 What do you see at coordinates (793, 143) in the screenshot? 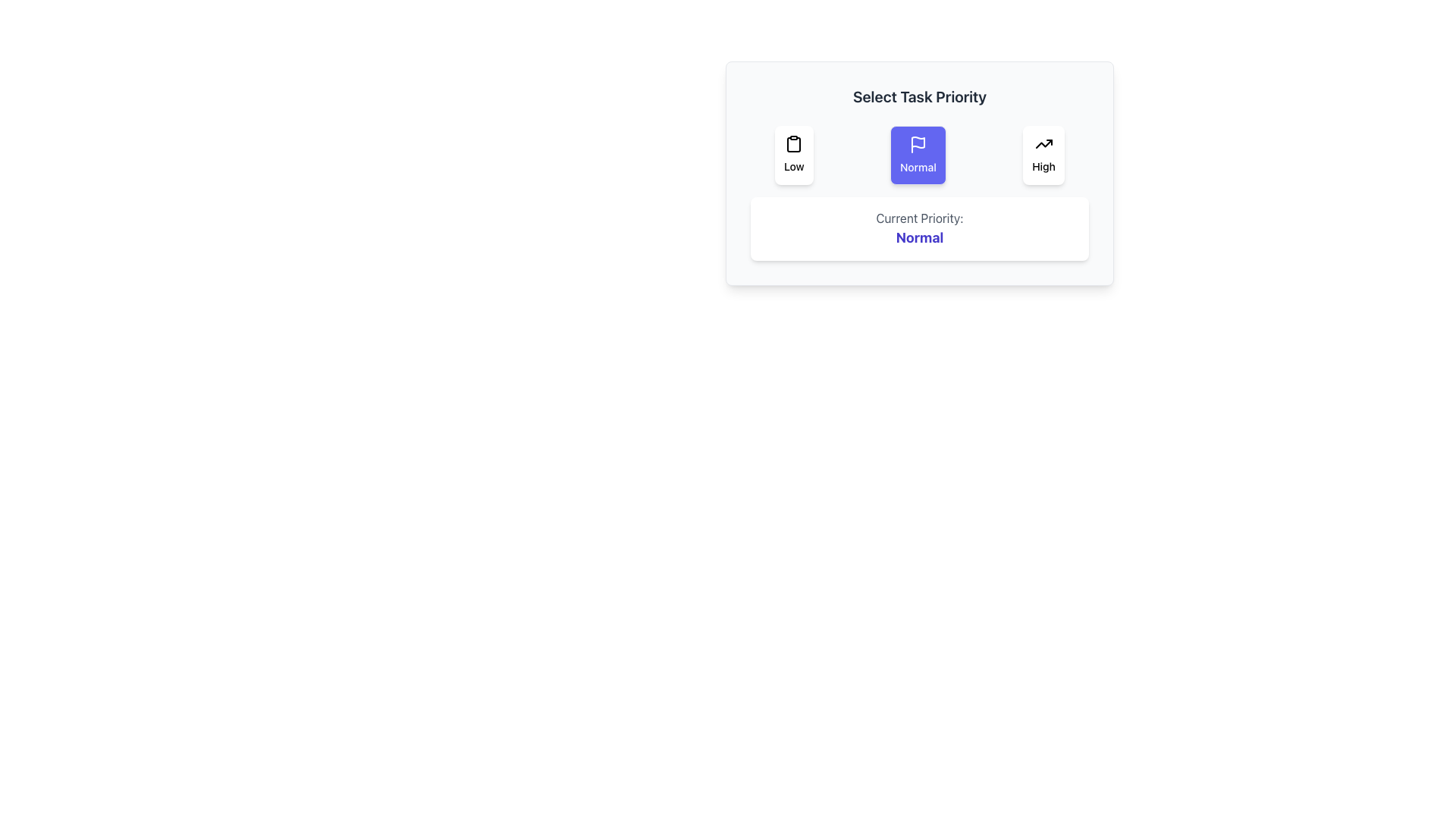
I see `the clipboard icon that represents the 'Low' task priority button, which is the leading option among three buttons for task priorities in a card titled 'Select Task Priority'` at bounding box center [793, 143].